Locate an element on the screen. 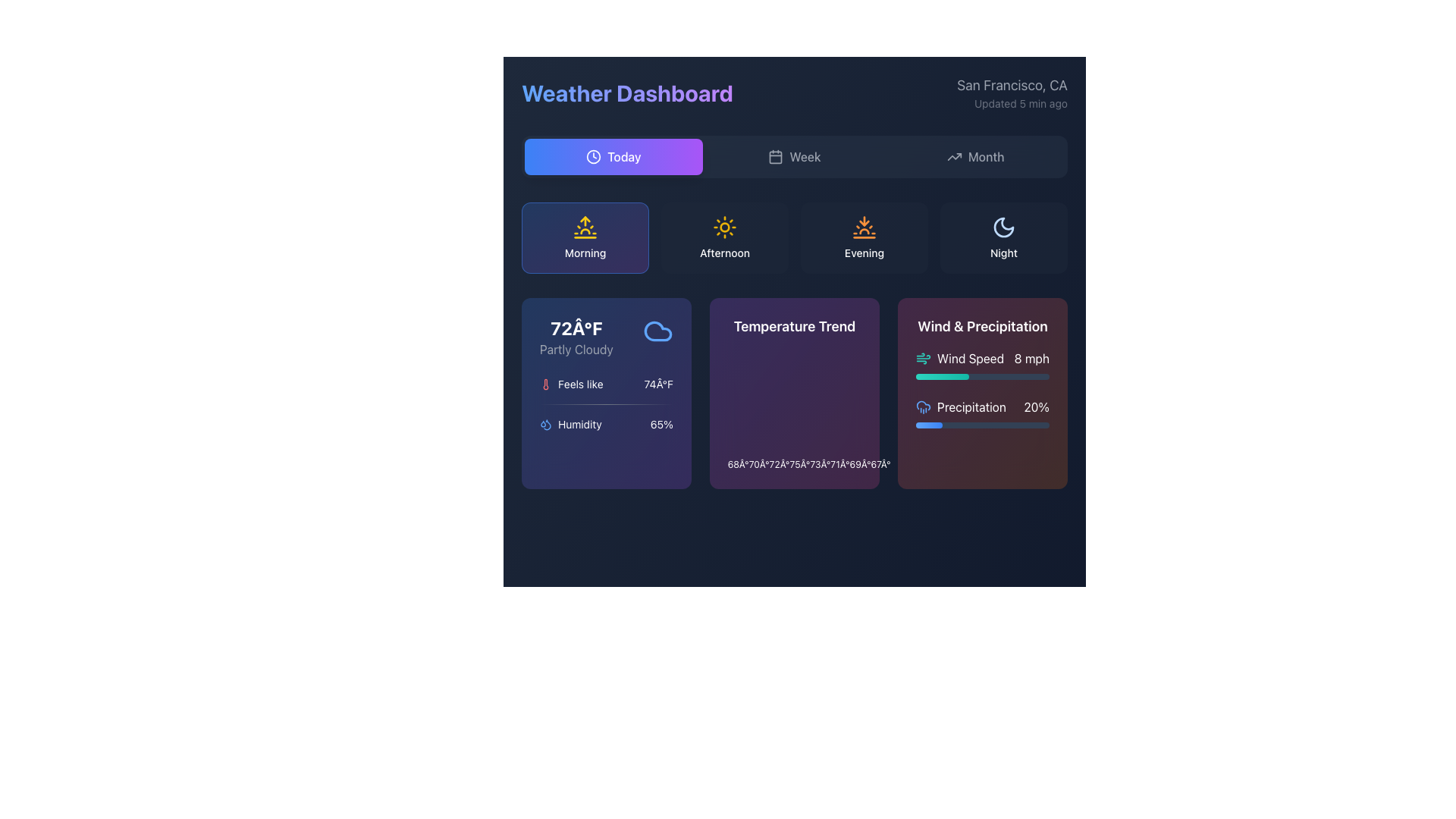 Image resolution: width=1456 pixels, height=819 pixels. the 'Evening' button, which is the third button in the horizontal grid of four buttons labeled 'Morning,' 'Afternoon,' 'Evening,' and 'Night', located below the navigation bar is located at coordinates (864, 237).